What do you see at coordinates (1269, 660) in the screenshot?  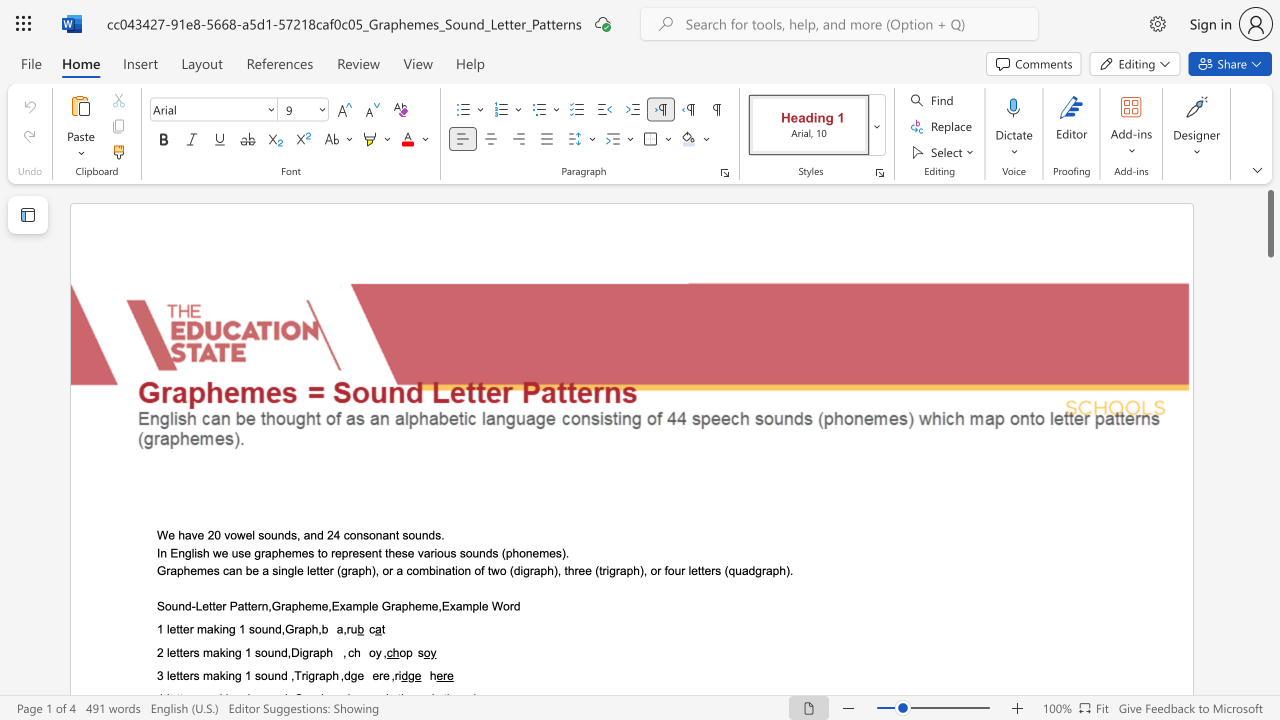 I see `the scrollbar to scroll downward` at bounding box center [1269, 660].